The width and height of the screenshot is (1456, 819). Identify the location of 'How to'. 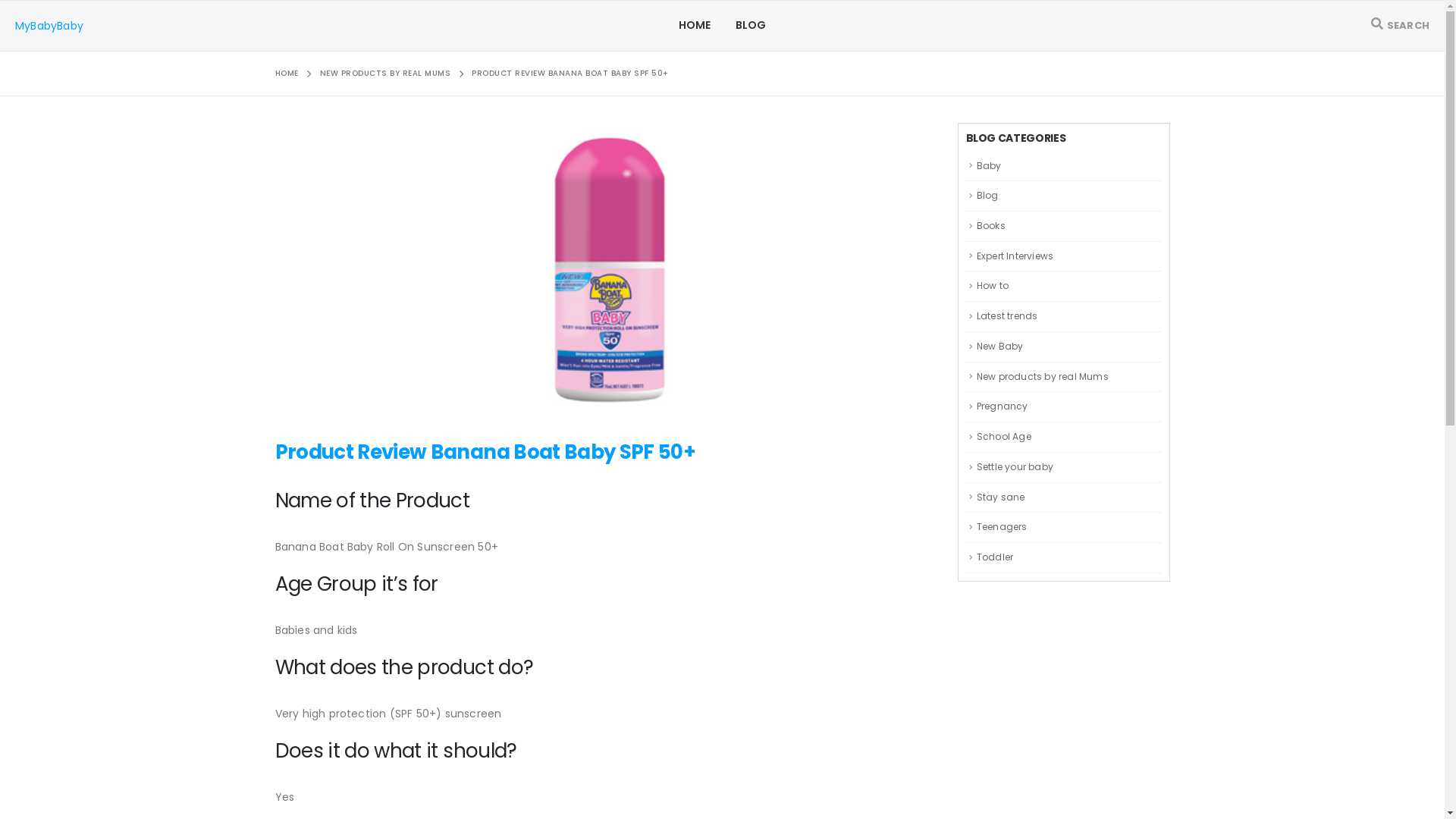
(993, 285).